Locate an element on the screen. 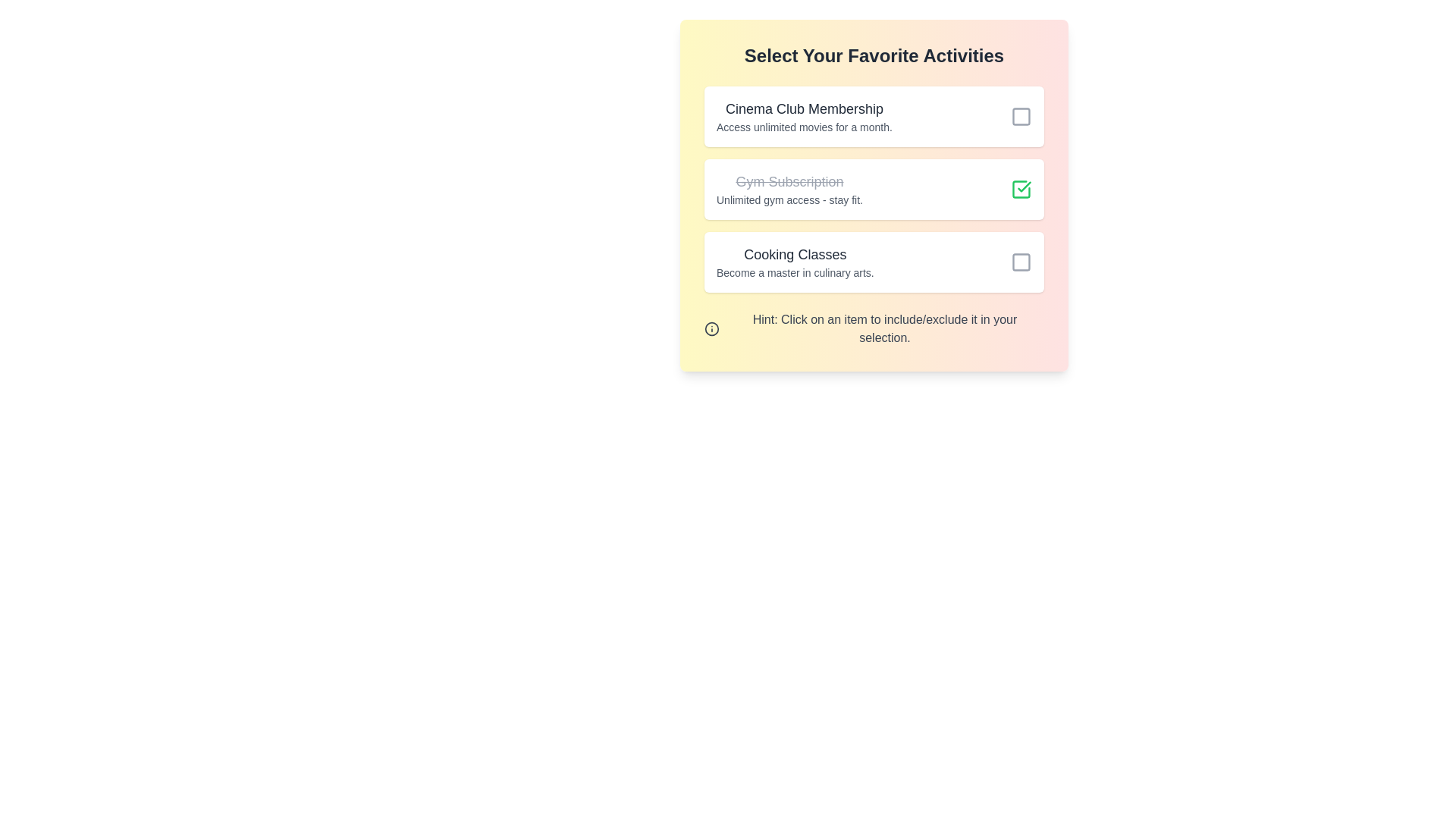 The width and height of the screenshot is (1456, 819). the Checkbox indicator for the 'Cooking Classes' activity located is located at coordinates (1021, 262).